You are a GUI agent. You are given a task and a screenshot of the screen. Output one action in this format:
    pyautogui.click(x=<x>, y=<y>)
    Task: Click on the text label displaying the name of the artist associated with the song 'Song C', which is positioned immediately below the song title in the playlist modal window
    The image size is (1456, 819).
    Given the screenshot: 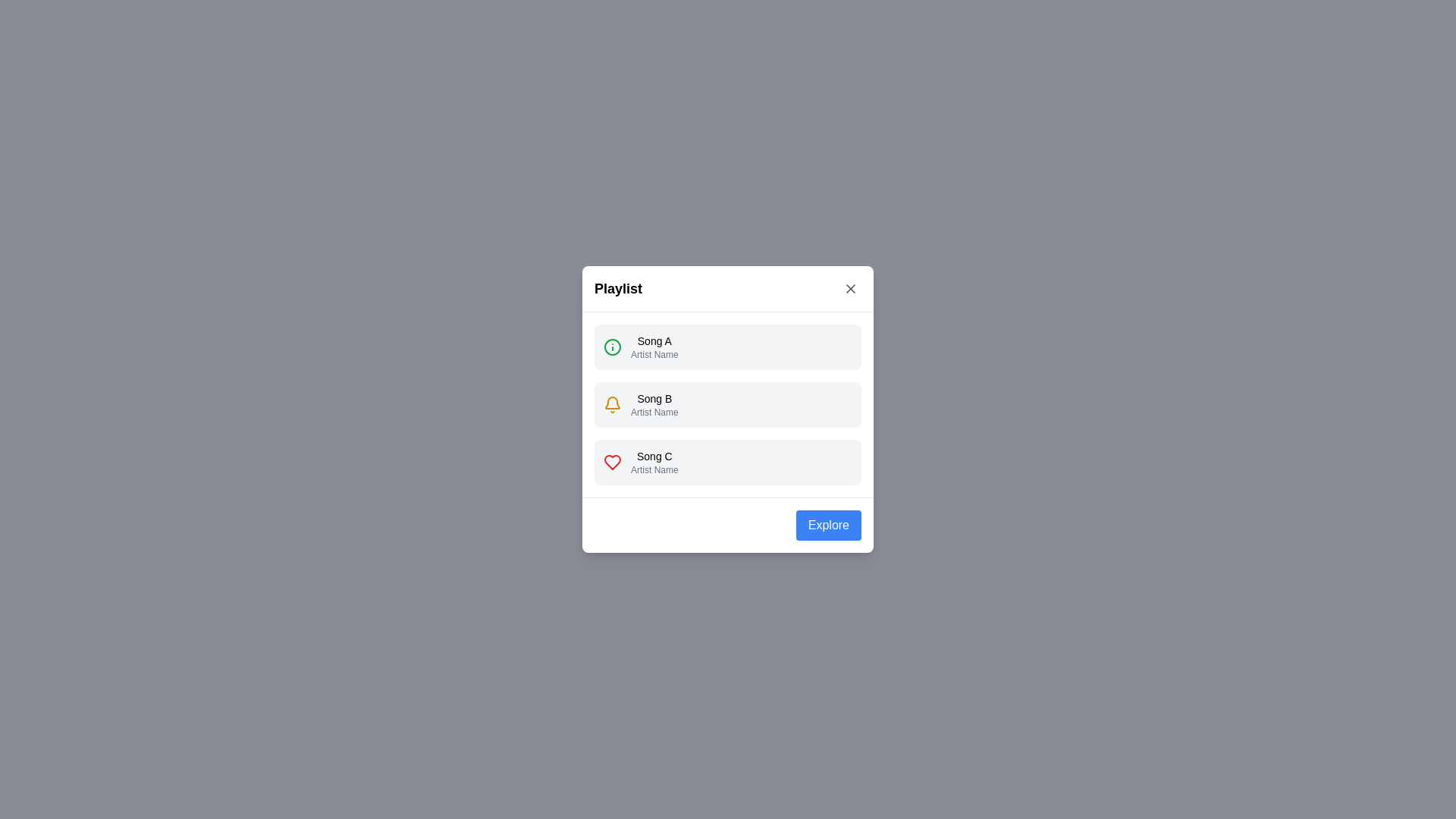 What is the action you would take?
    pyautogui.click(x=654, y=469)
    